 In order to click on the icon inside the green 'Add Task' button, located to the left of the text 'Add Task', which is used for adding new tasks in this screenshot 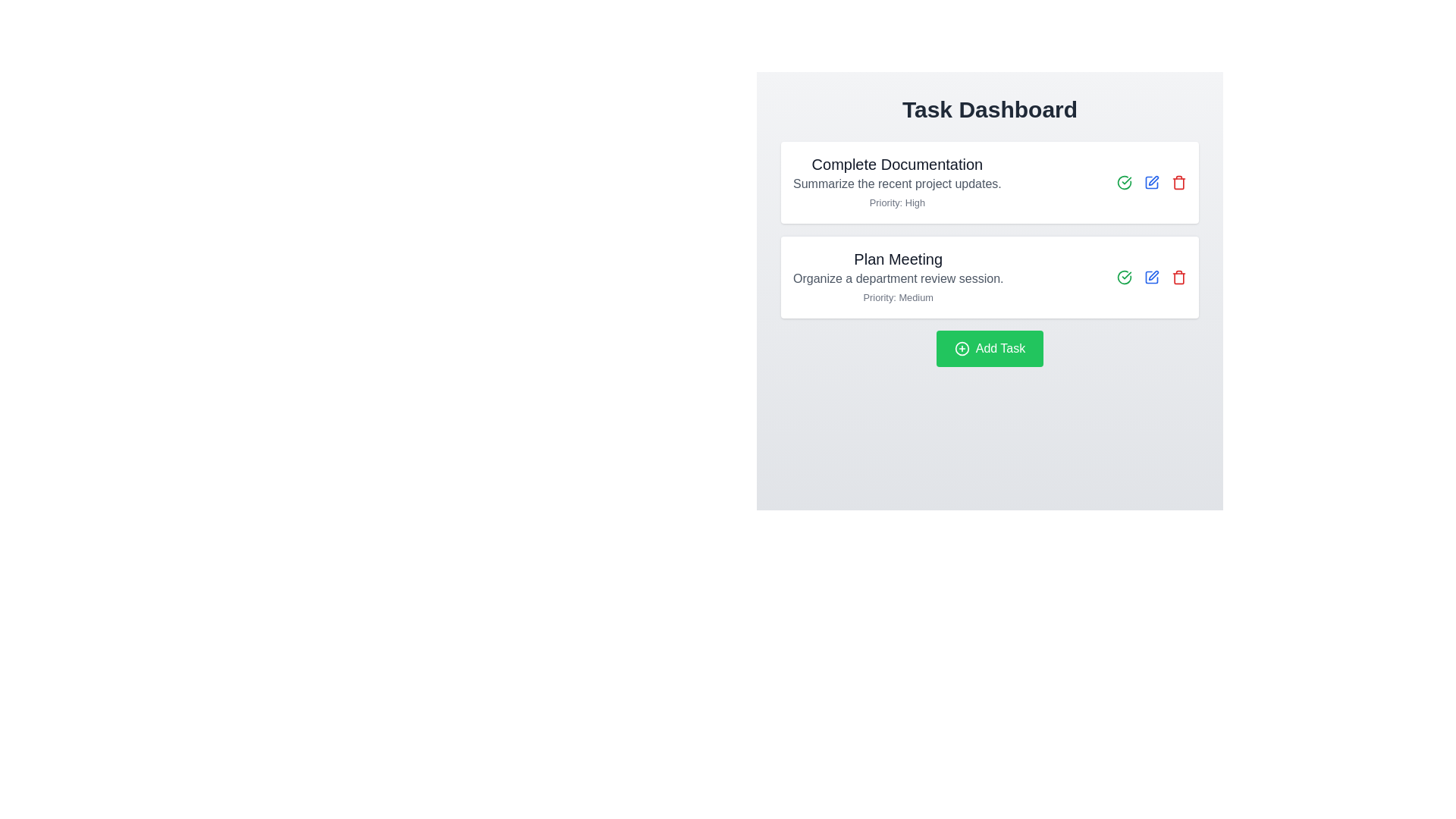, I will do `click(961, 348)`.